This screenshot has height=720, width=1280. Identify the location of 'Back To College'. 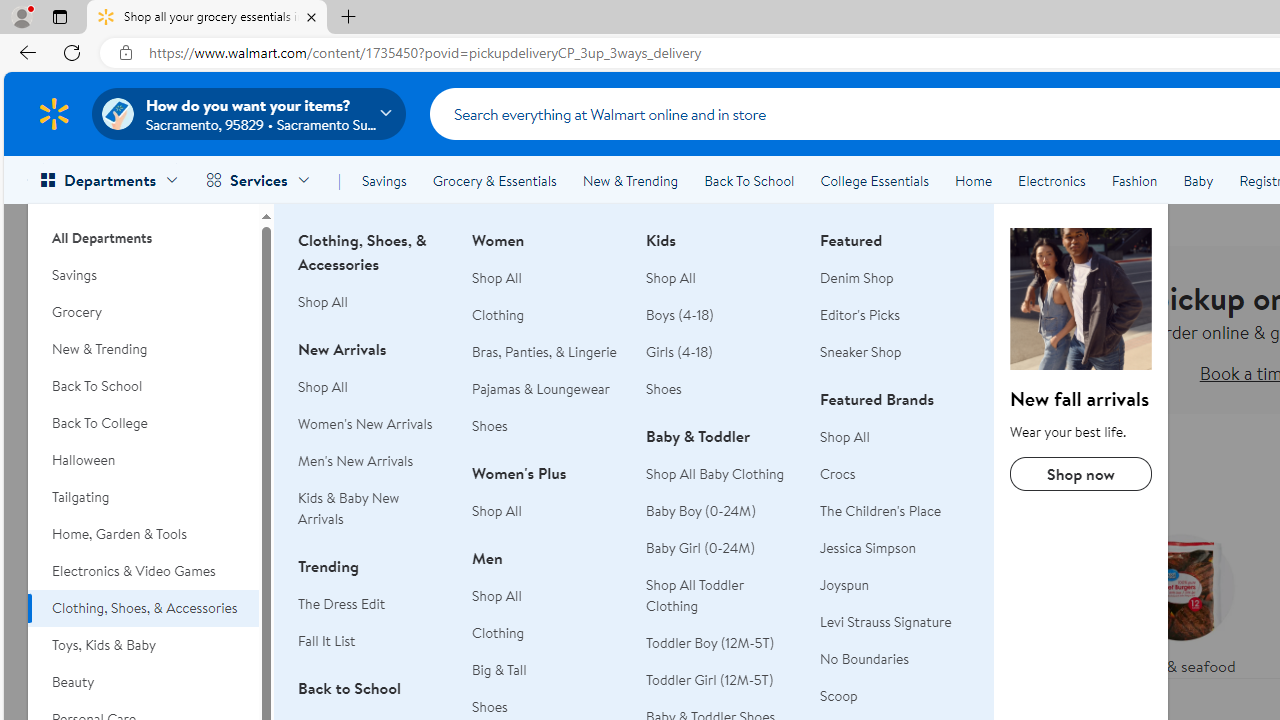
(142, 422).